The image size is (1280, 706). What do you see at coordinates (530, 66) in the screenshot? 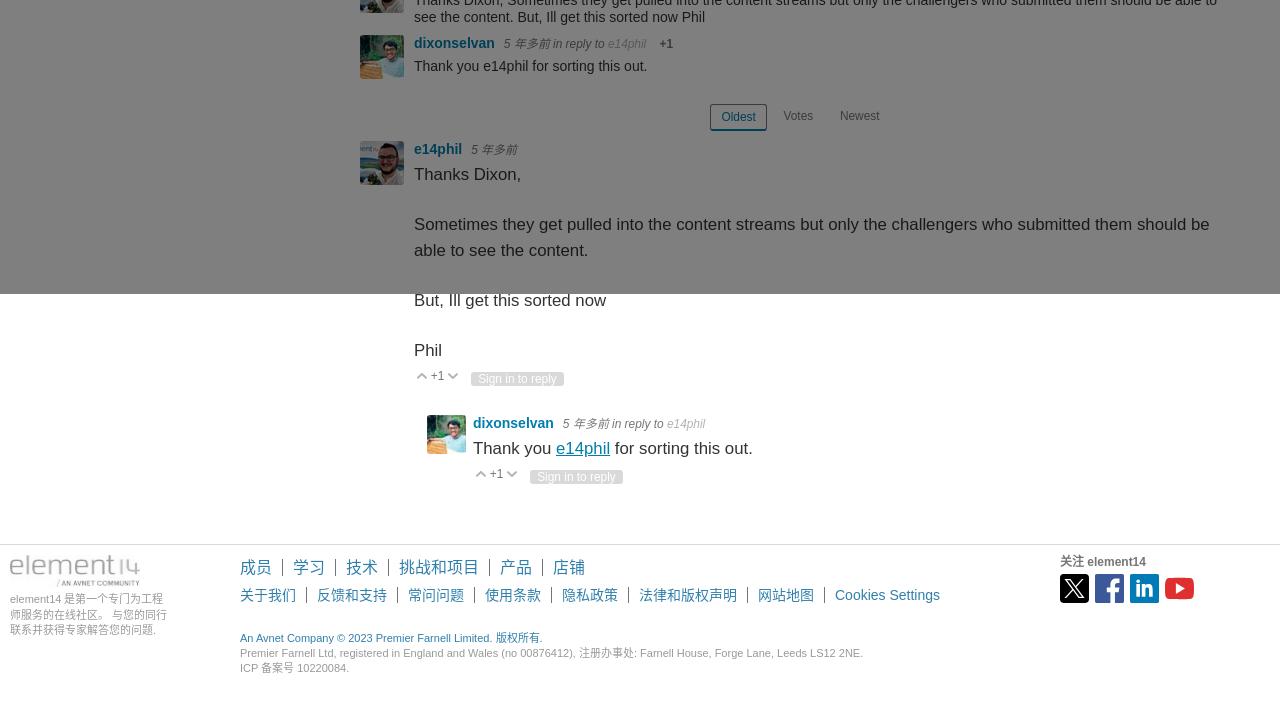
I see `'Thank you e14phil for sorting this out.'` at bounding box center [530, 66].